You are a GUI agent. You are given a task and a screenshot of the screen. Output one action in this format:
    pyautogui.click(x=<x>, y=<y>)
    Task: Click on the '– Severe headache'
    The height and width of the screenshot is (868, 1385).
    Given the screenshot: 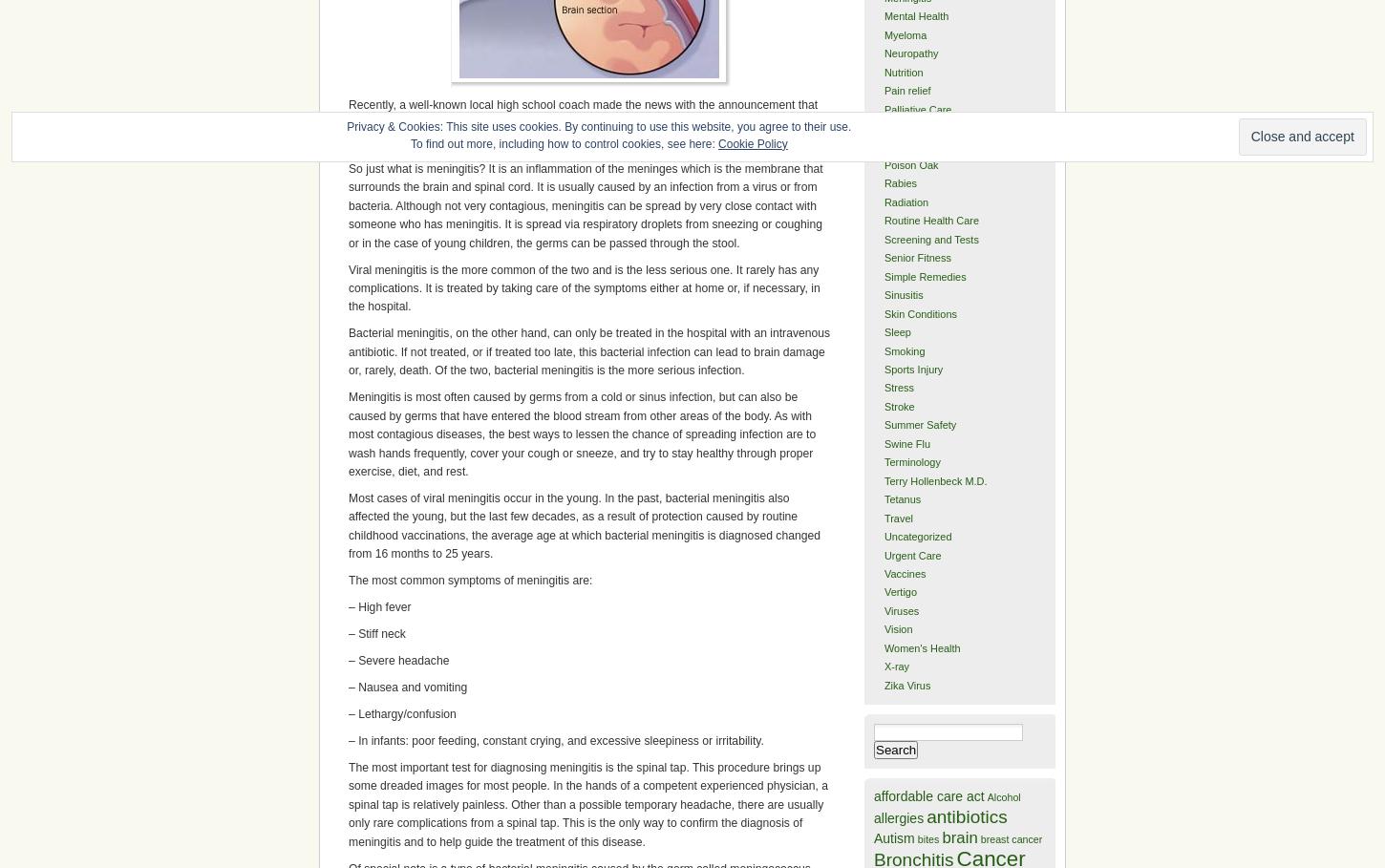 What is the action you would take?
    pyautogui.click(x=397, y=661)
    